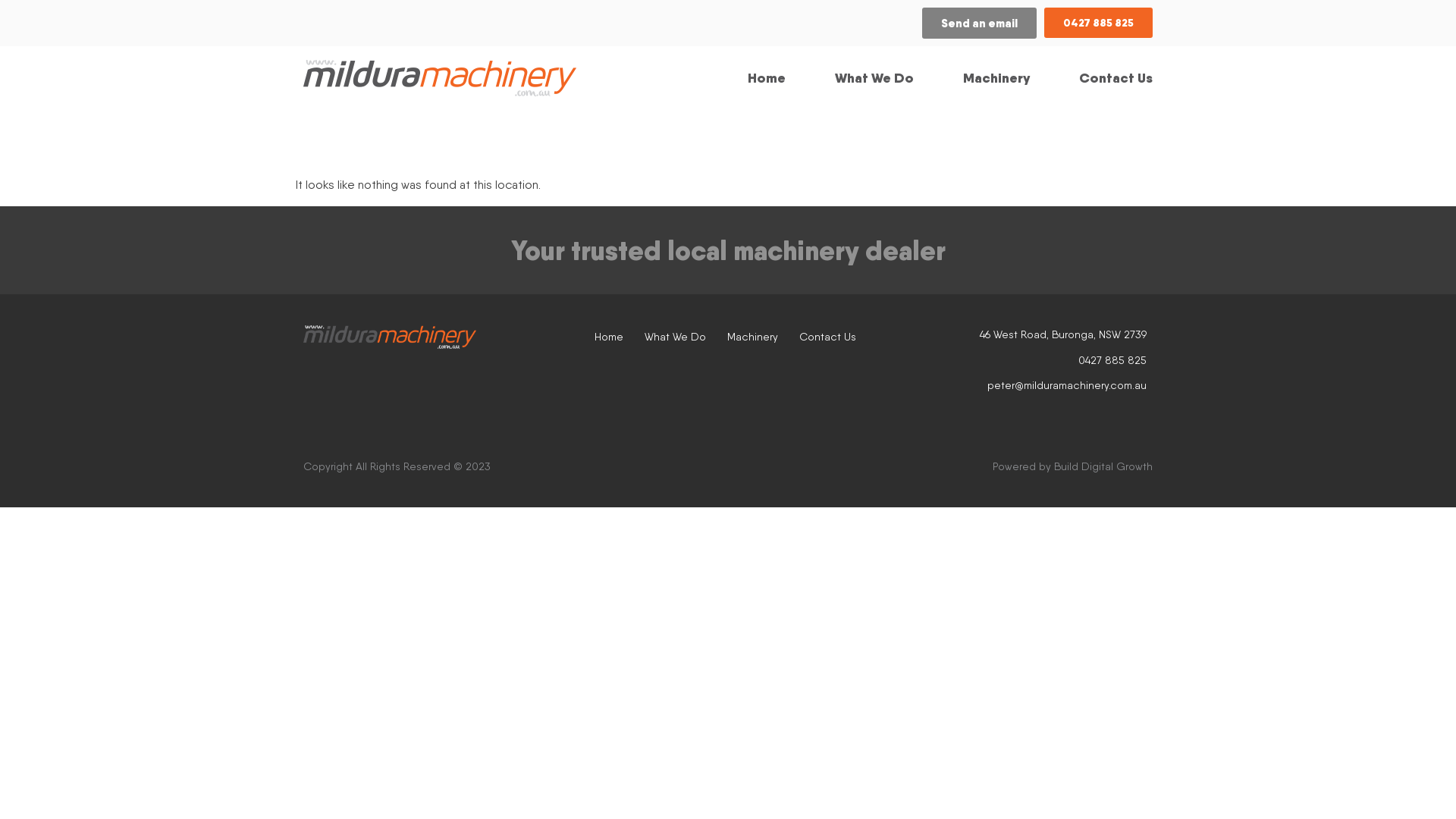  I want to click on 'Send an email', so click(979, 23).